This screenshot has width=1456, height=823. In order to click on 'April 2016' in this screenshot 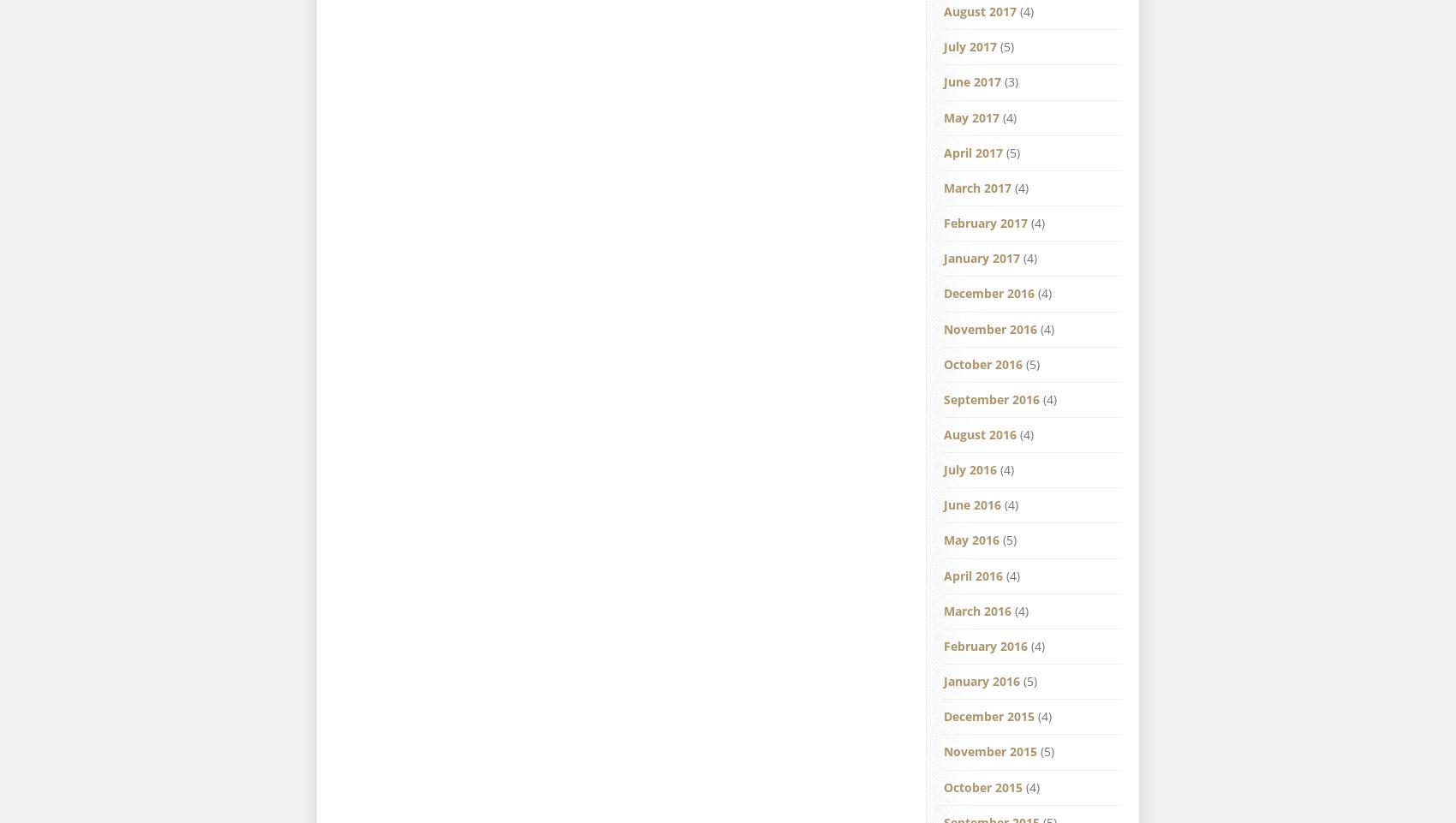, I will do `click(973, 574)`.